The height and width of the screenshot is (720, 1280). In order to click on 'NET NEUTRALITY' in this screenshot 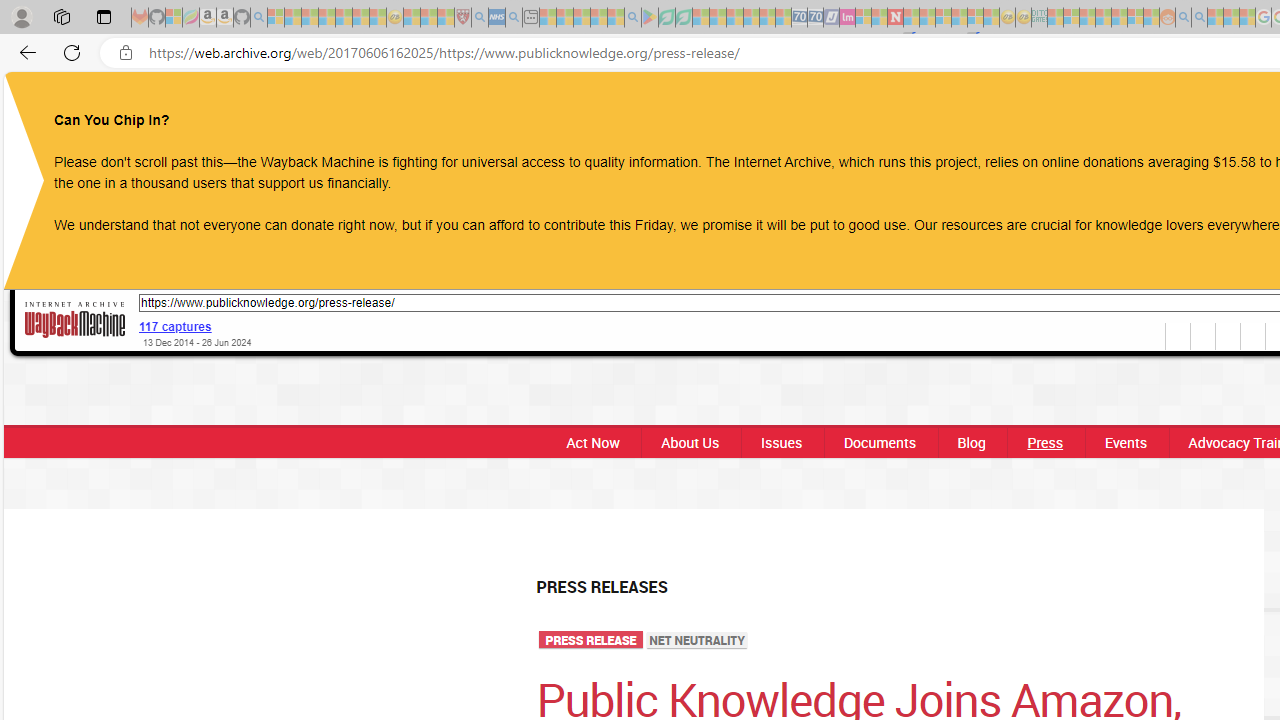, I will do `click(697, 641)`.